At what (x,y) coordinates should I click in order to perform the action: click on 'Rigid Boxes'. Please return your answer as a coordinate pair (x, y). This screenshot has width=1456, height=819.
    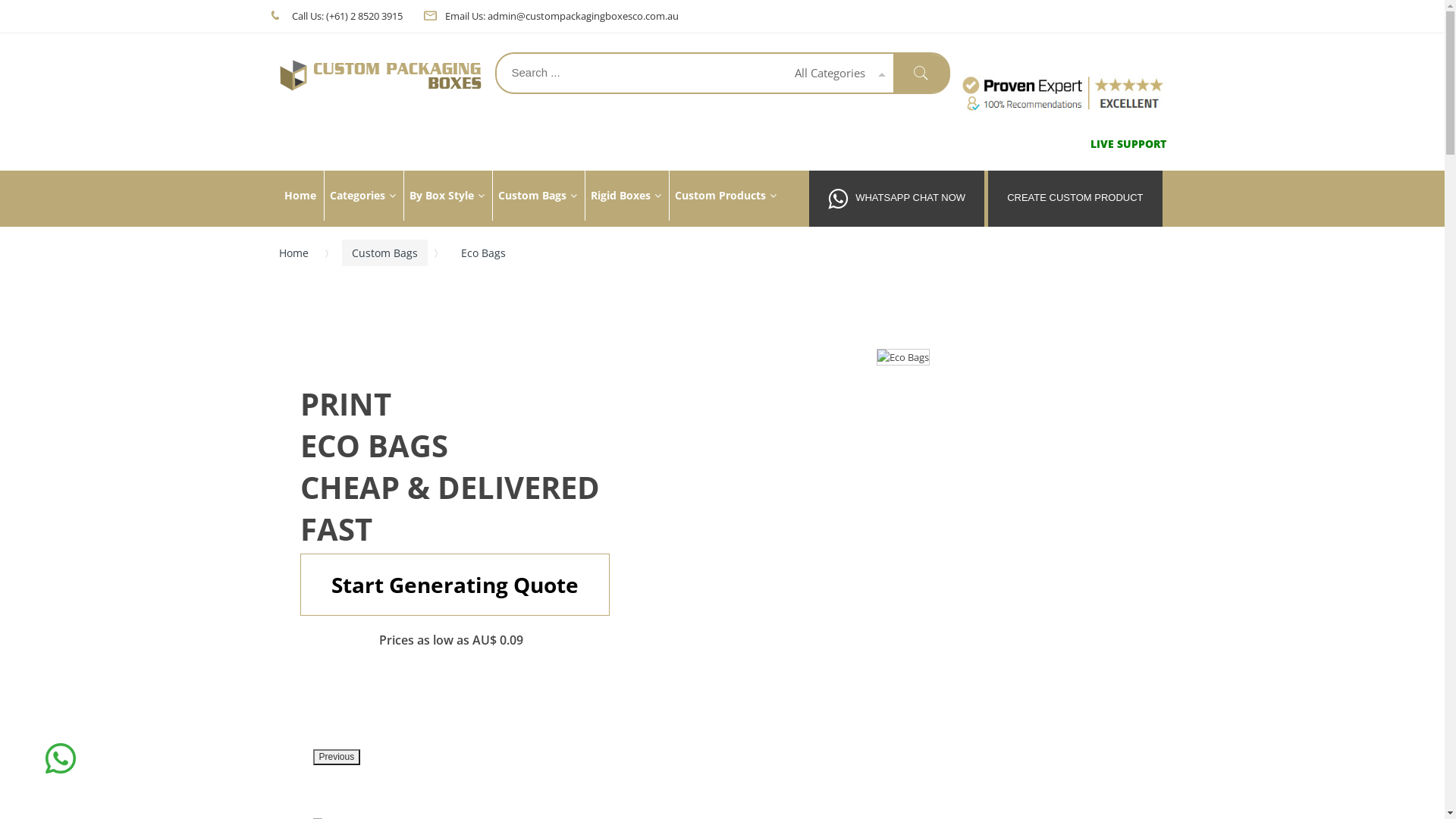
    Looking at the image, I should click on (625, 195).